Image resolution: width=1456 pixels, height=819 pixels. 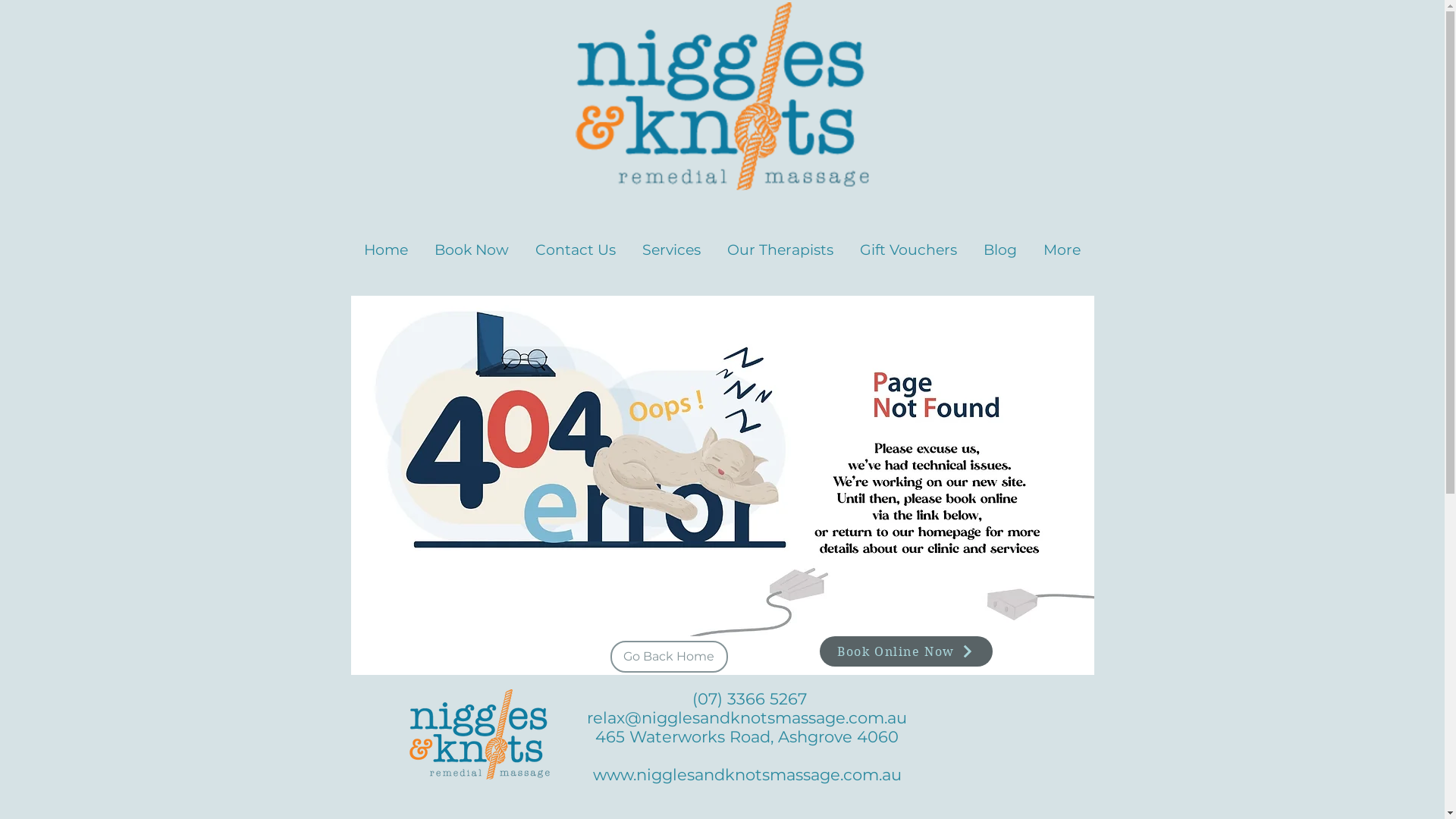 I want to click on 'Gift Vouchers', so click(x=908, y=242).